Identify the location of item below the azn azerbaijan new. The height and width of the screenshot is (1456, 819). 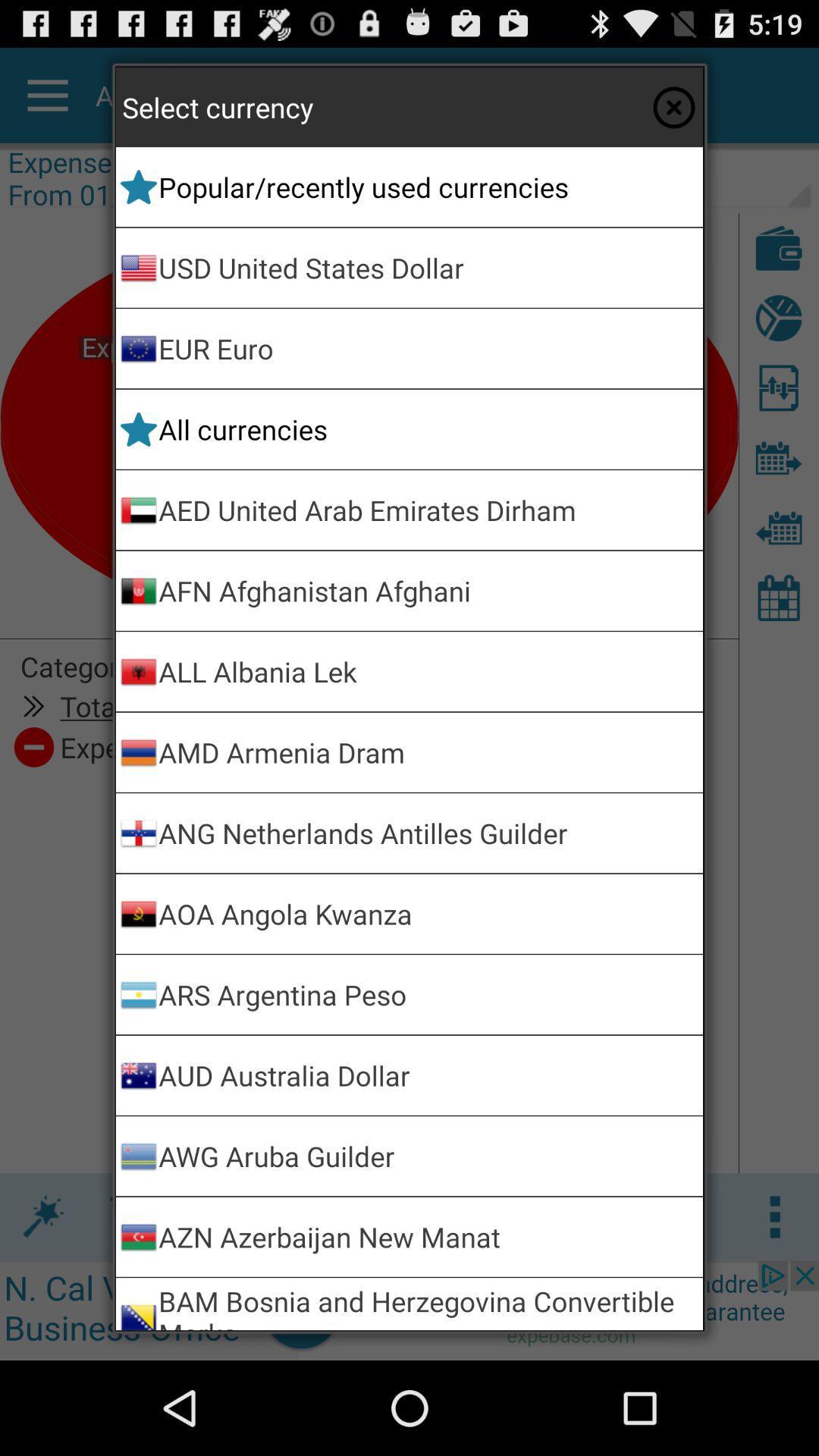
(428, 1303).